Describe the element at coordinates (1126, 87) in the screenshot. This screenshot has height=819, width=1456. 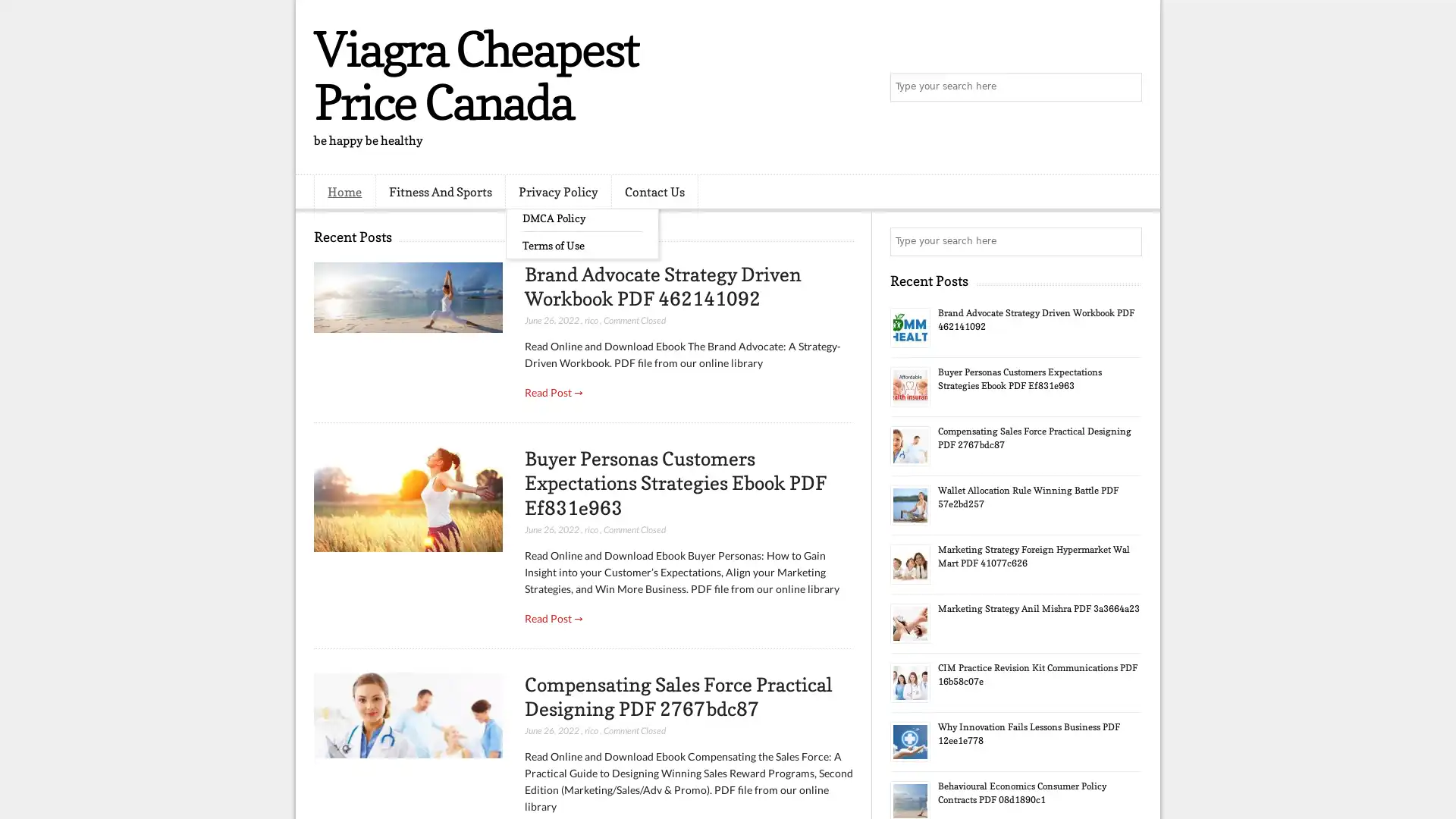
I see `Search` at that location.